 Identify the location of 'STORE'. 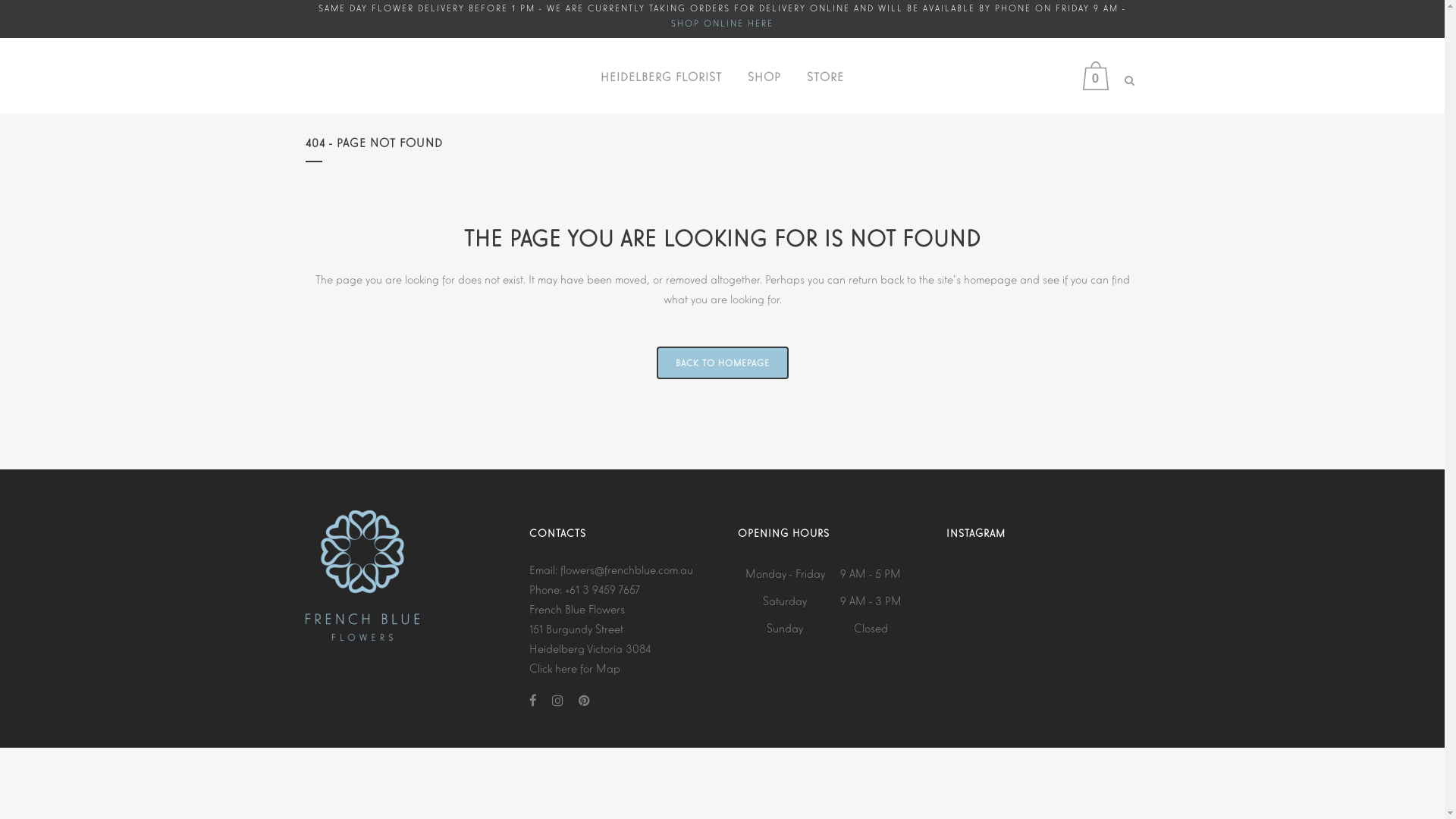
(824, 76).